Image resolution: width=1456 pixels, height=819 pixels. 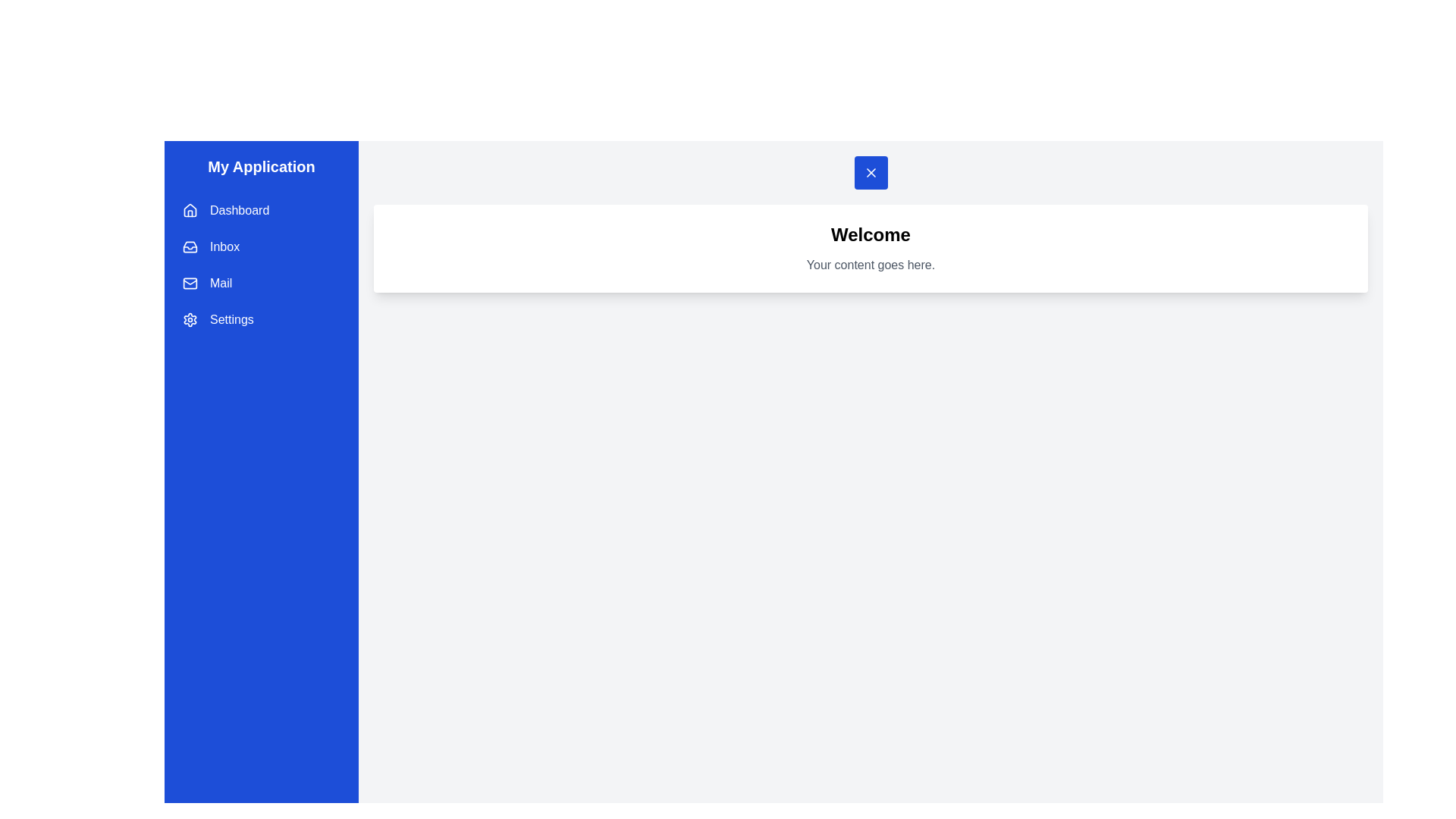 What do you see at coordinates (262, 284) in the screenshot?
I see `the menu item Mail from the drawer` at bounding box center [262, 284].